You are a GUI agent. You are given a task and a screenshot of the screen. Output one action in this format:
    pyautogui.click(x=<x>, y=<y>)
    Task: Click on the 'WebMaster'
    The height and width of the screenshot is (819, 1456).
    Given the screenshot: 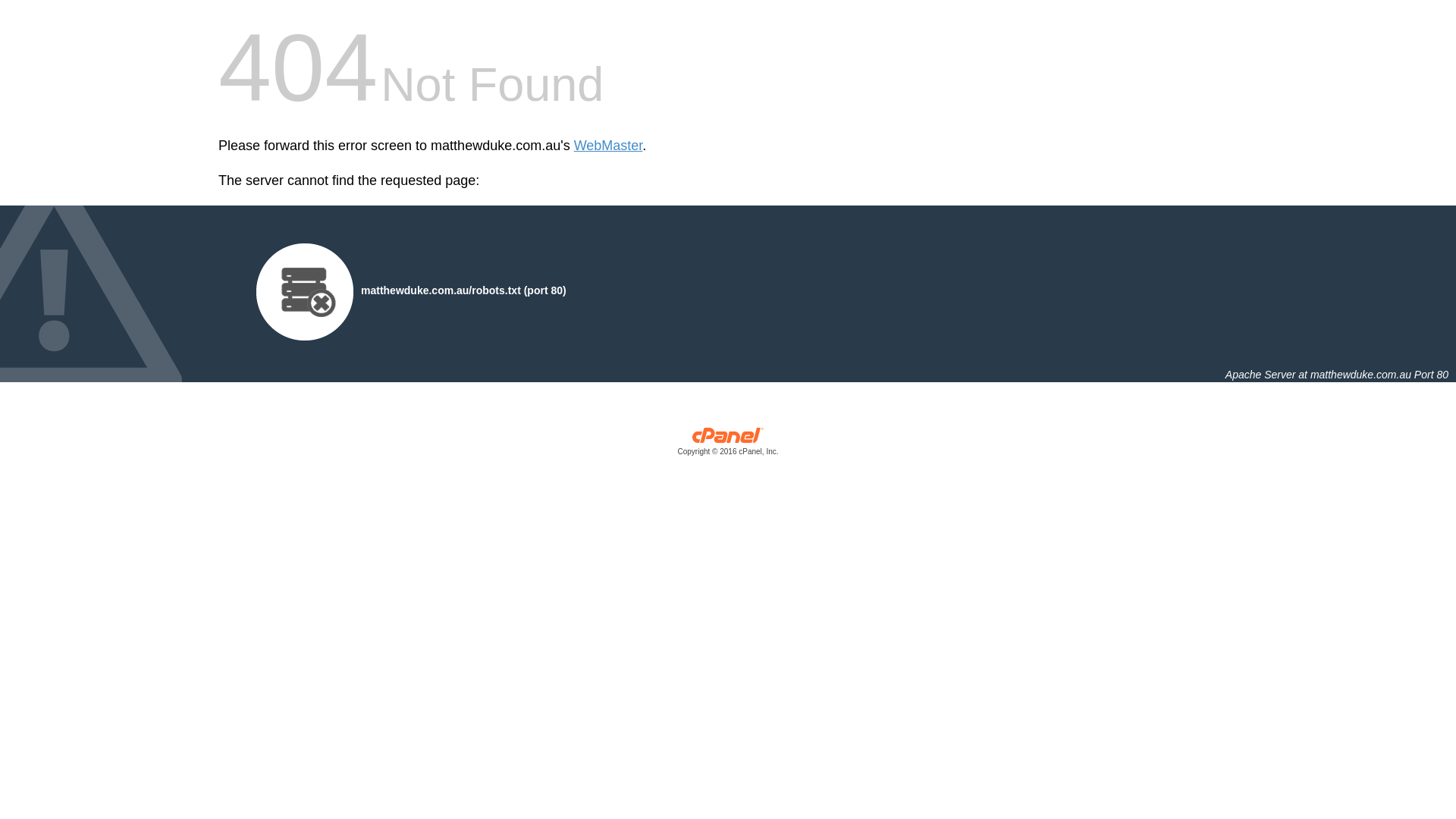 What is the action you would take?
    pyautogui.click(x=608, y=146)
    